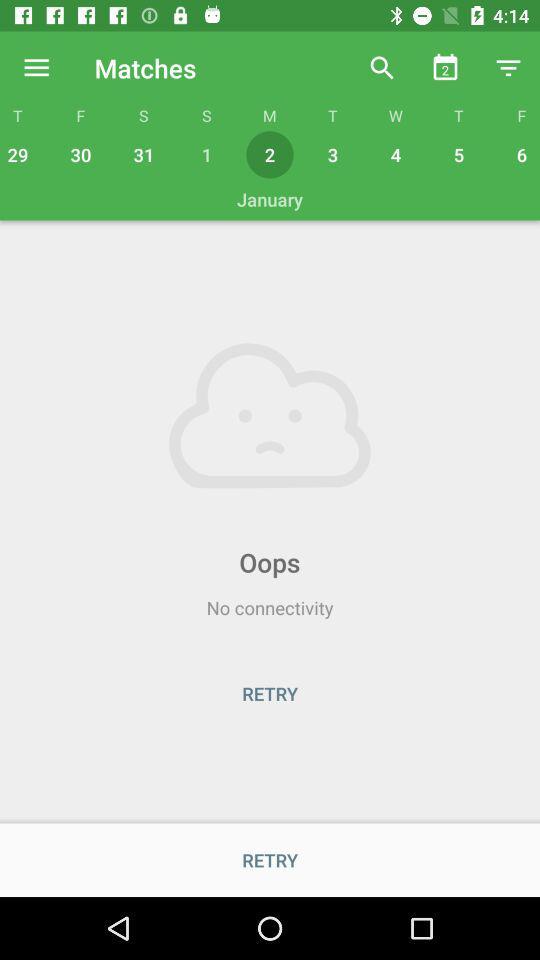 This screenshot has width=540, height=960. I want to click on item next to t icon, so click(382, 68).